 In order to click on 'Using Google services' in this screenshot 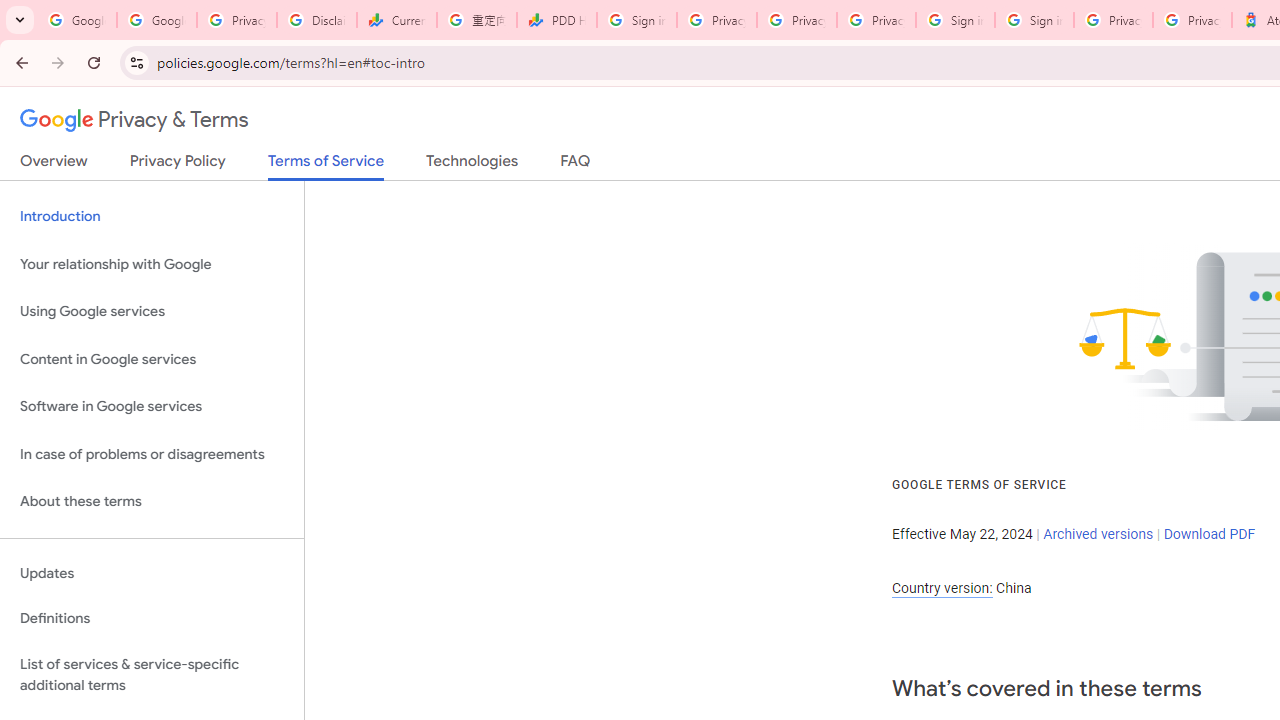, I will do `click(151, 312)`.